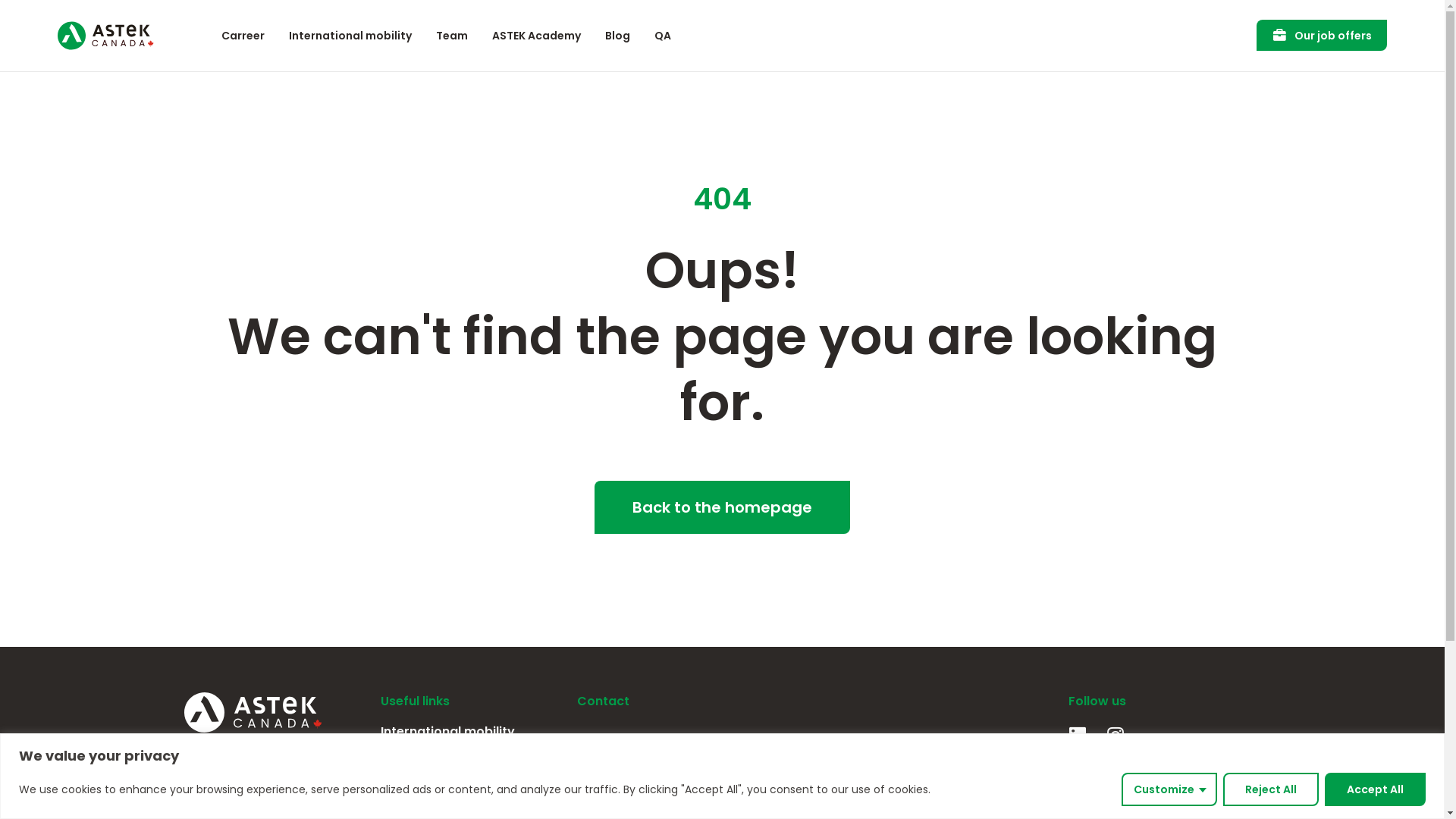  What do you see at coordinates (1270, 788) in the screenshot?
I see `'Reject All'` at bounding box center [1270, 788].